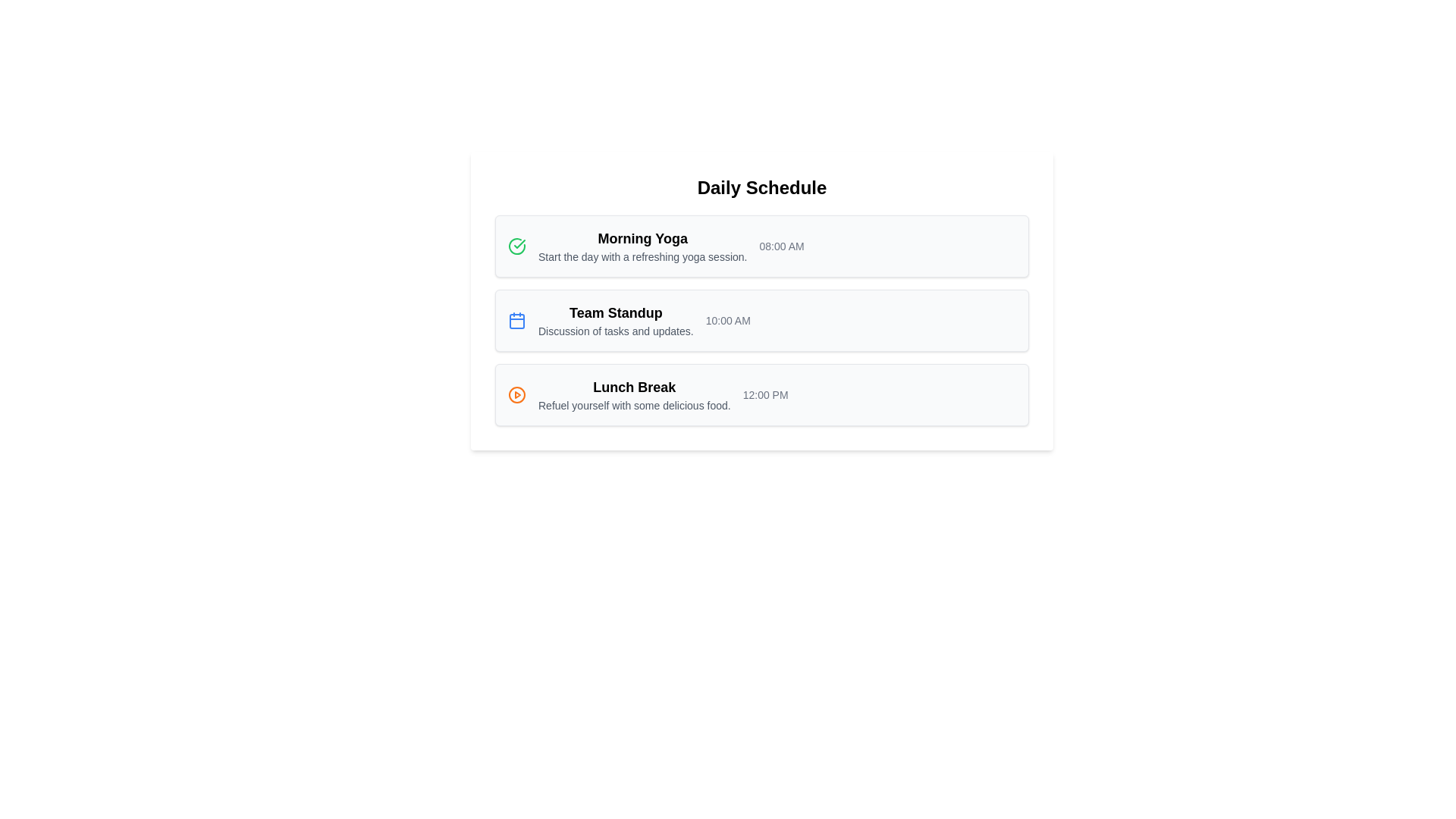  What do you see at coordinates (642, 245) in the screenshot?
I see `text block titled 'Morning Yoga' along with its description in the 'Daily Schedule' section, located between a checkmark icon and a time indicator '08:00 AM'` at bounding box center [642, 245].